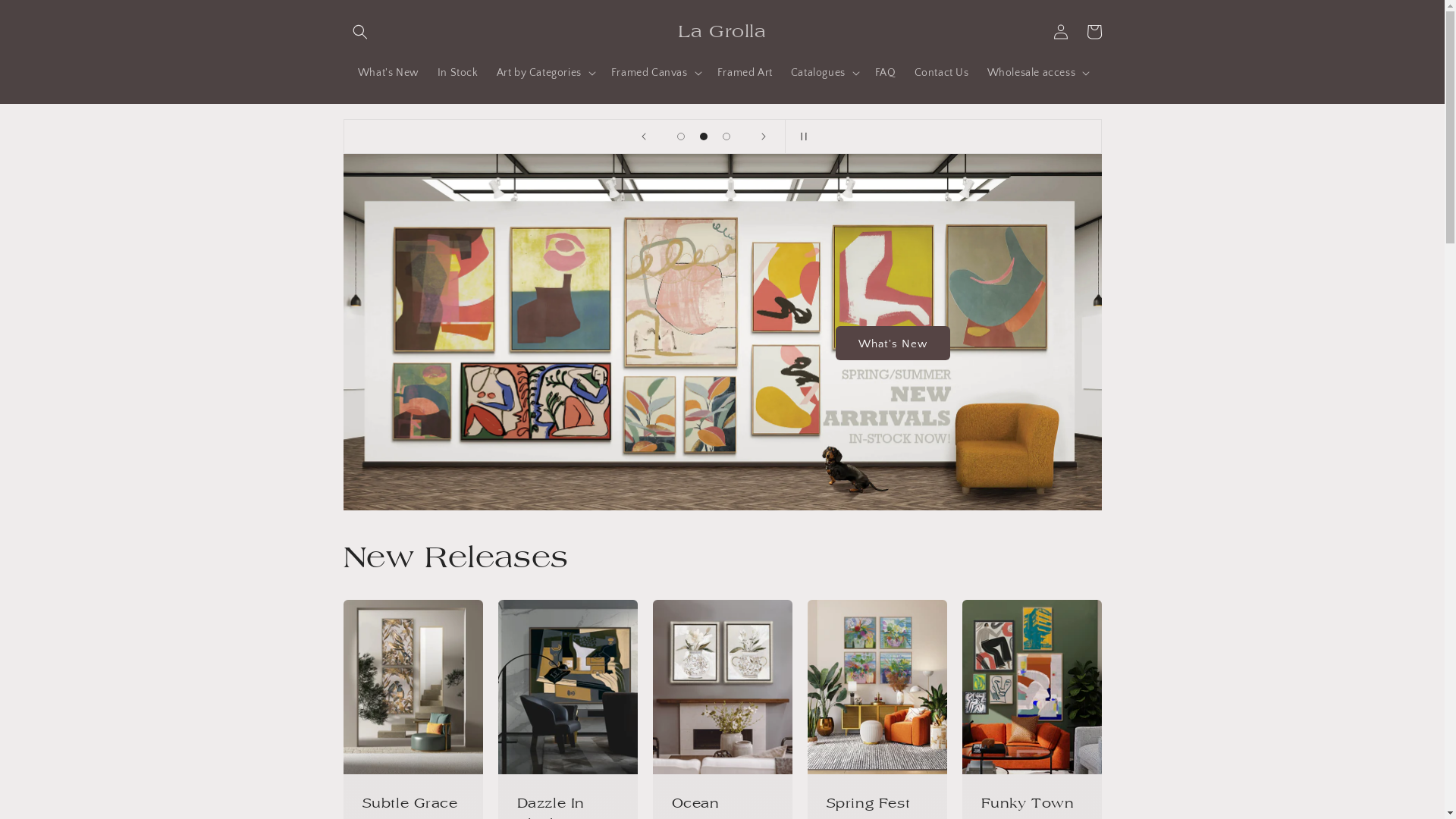 Image resolution: width=1456 pixels, height=819 pixels. Describe the element at coordinates (388, 72) in the screenshot. I see `'What's New'` at that location.